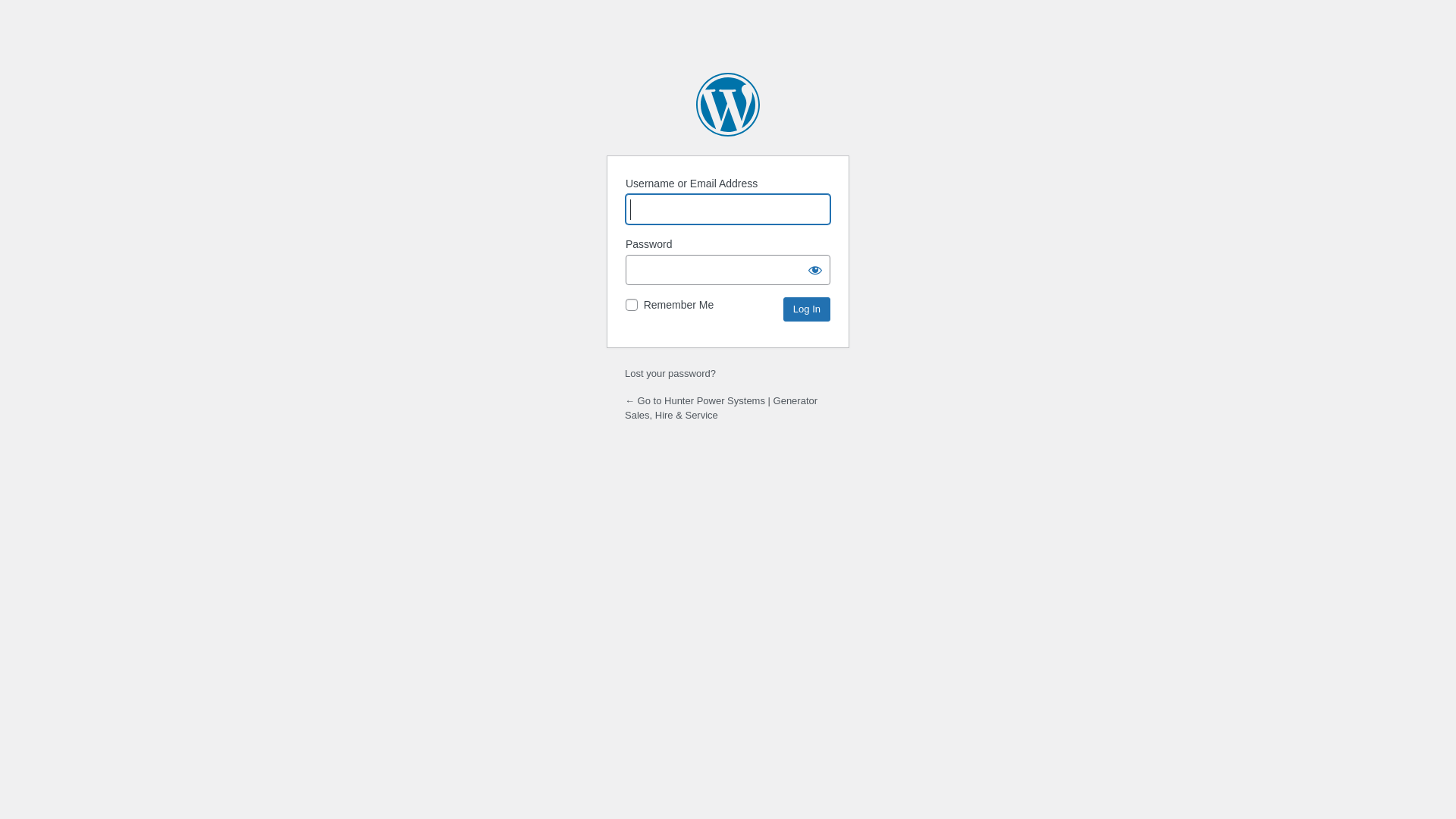 This screenshot has width=1456, height=819. I want to click on 'Powered by WordPress', so click(728, 104).